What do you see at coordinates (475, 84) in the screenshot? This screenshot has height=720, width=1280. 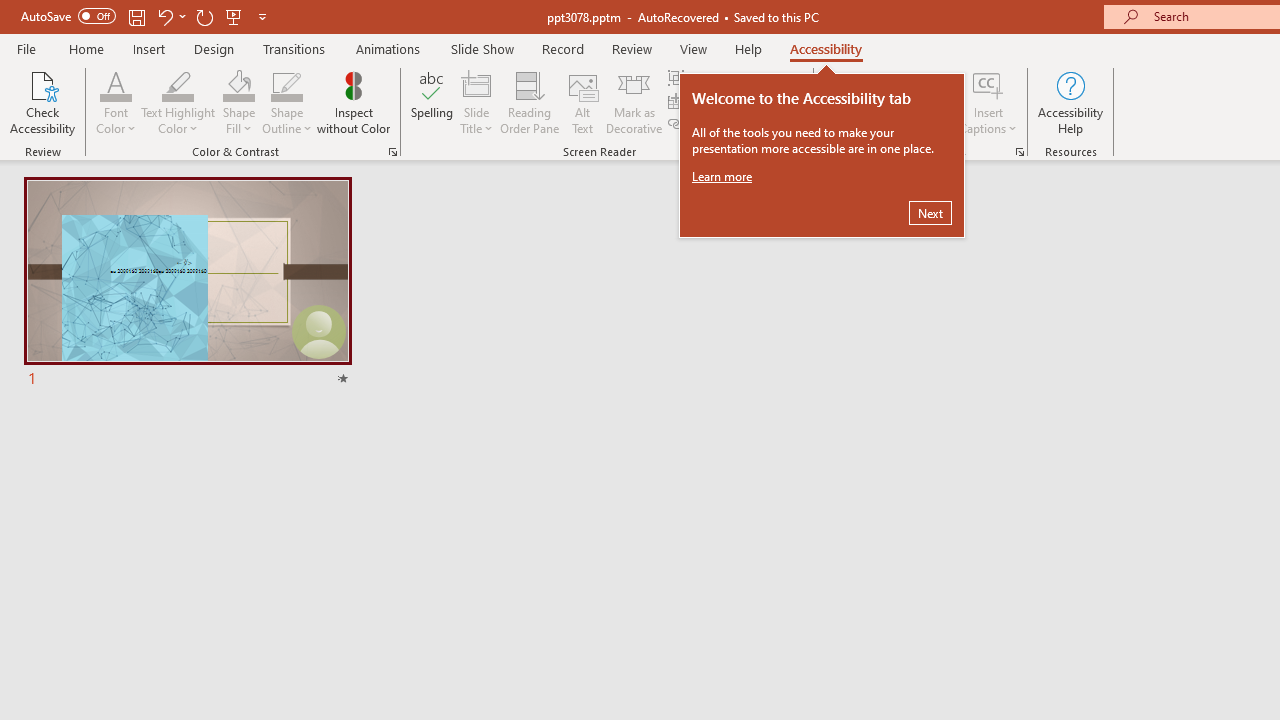 I see `'Slide Title'` at bounding box center [475, 84].